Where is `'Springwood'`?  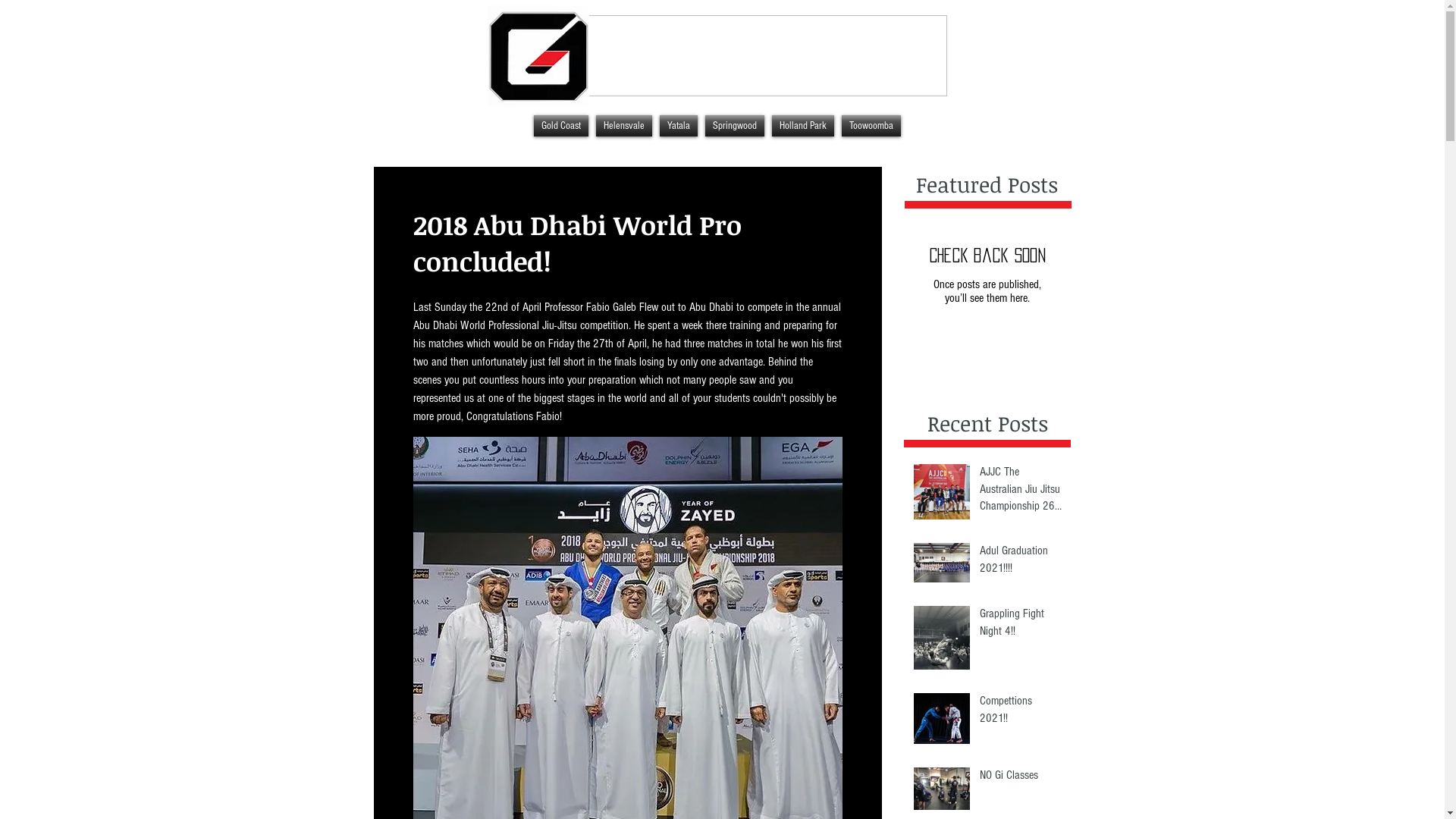
'Springwood' is located at coordinates (734, 124).